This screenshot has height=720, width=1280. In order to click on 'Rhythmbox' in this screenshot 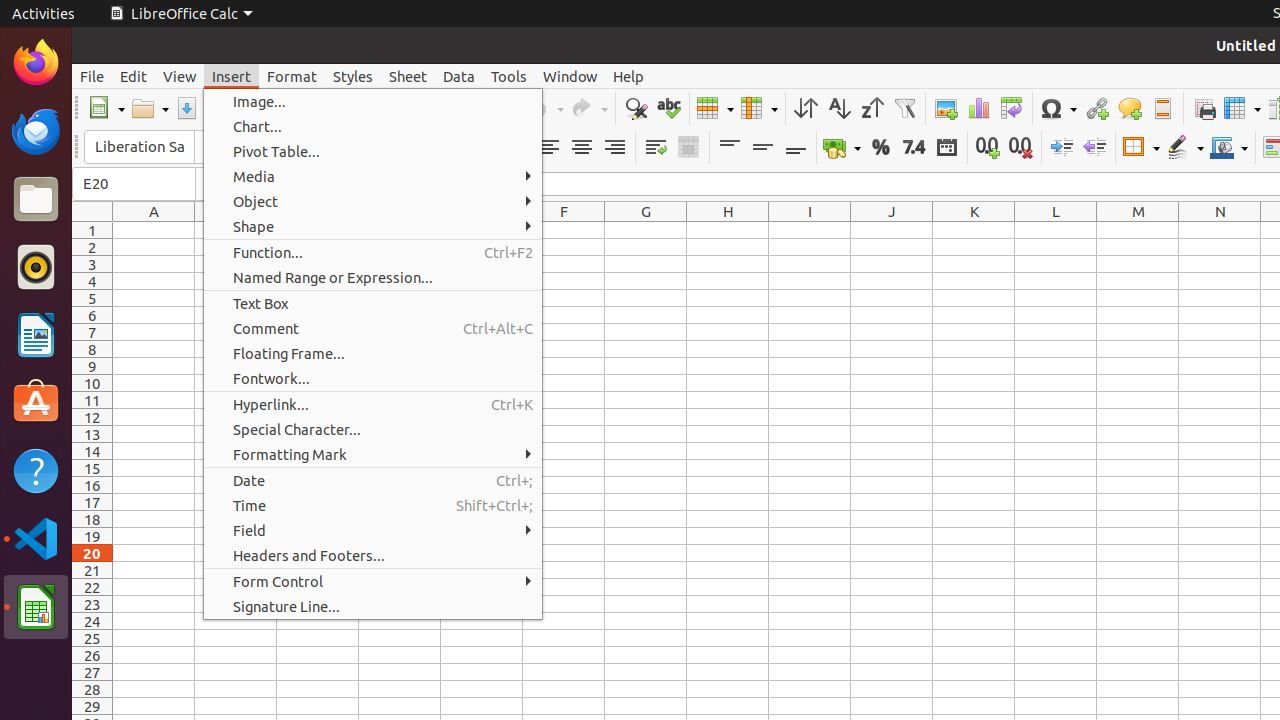, I will do `click(35, 265)`.